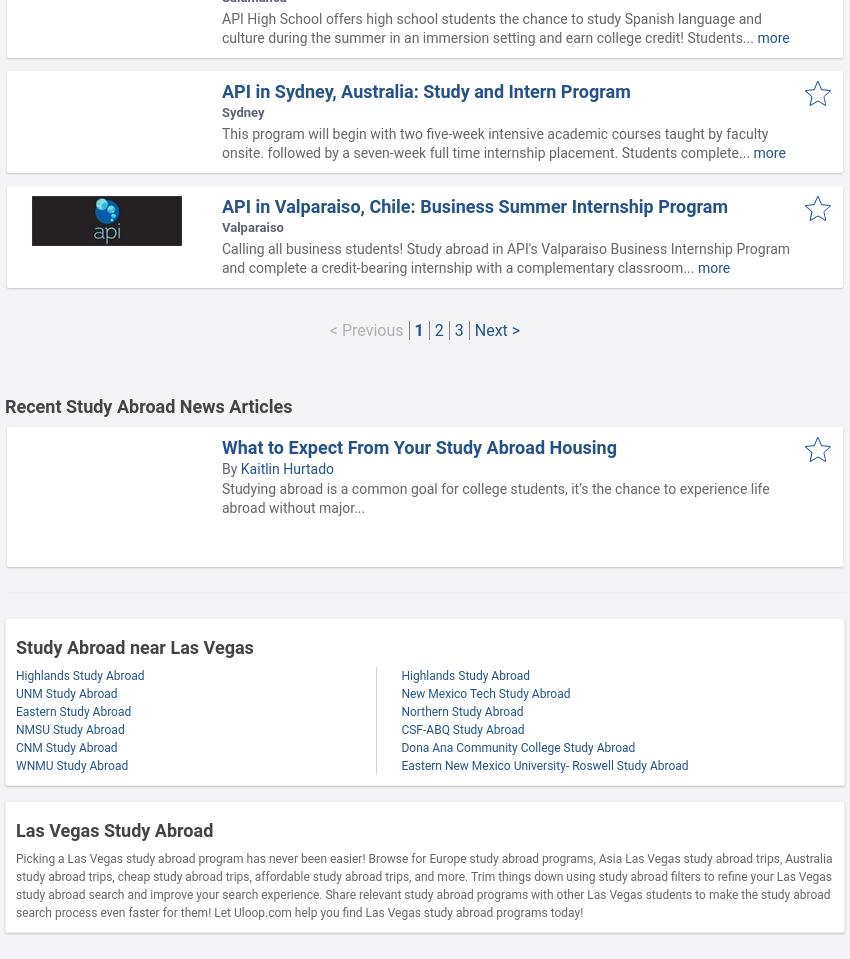 The image size is (850, 959). What do you see at coordinates (423, 885) in the screenshot?
I see `'Picking a Las Vegas study abroad program has never been easier! Browse for Europe study 
                    abroad programs, Asia Las Vegas study abroad trips, Australia study abroad trips, cheap 
                    study abroad trips, affordable study abroad trips, and more. Trim things down using study abroad 
                    filters to refine your Las Vegas study abroad search and improve your search experience. 
                    Share relevant study abroad programs with other Las Vegas students to make the study abroad 
                    search process even faster for them! Let Uloop.com help you find Las Vegas study abroad 
                    programs today!'` at bounding box center [423, 885].